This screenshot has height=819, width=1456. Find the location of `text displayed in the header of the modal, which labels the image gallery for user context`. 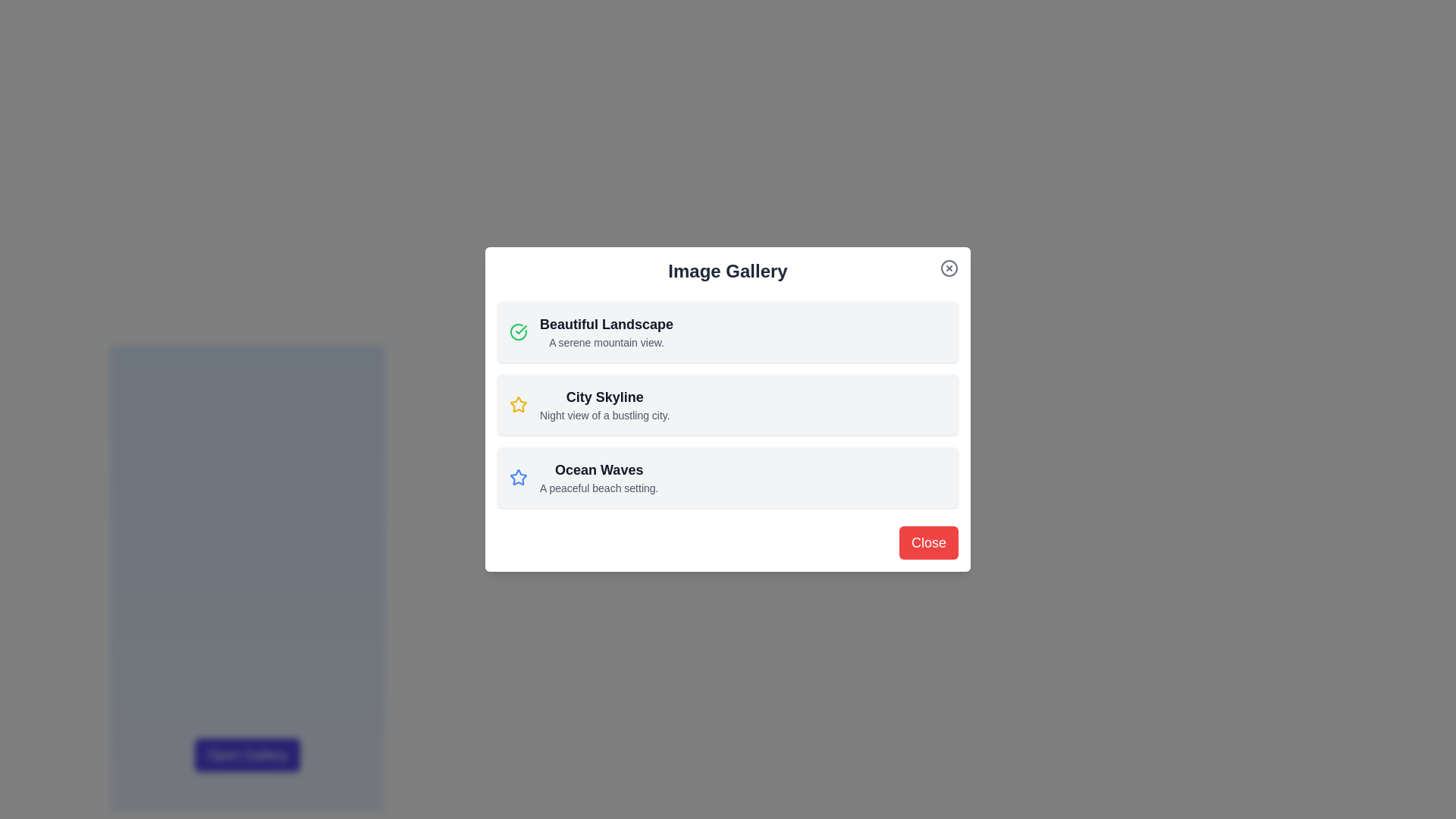

text displayed in the header of the modal, which labels the image gallery for user context is located at coordinates (728, 271).